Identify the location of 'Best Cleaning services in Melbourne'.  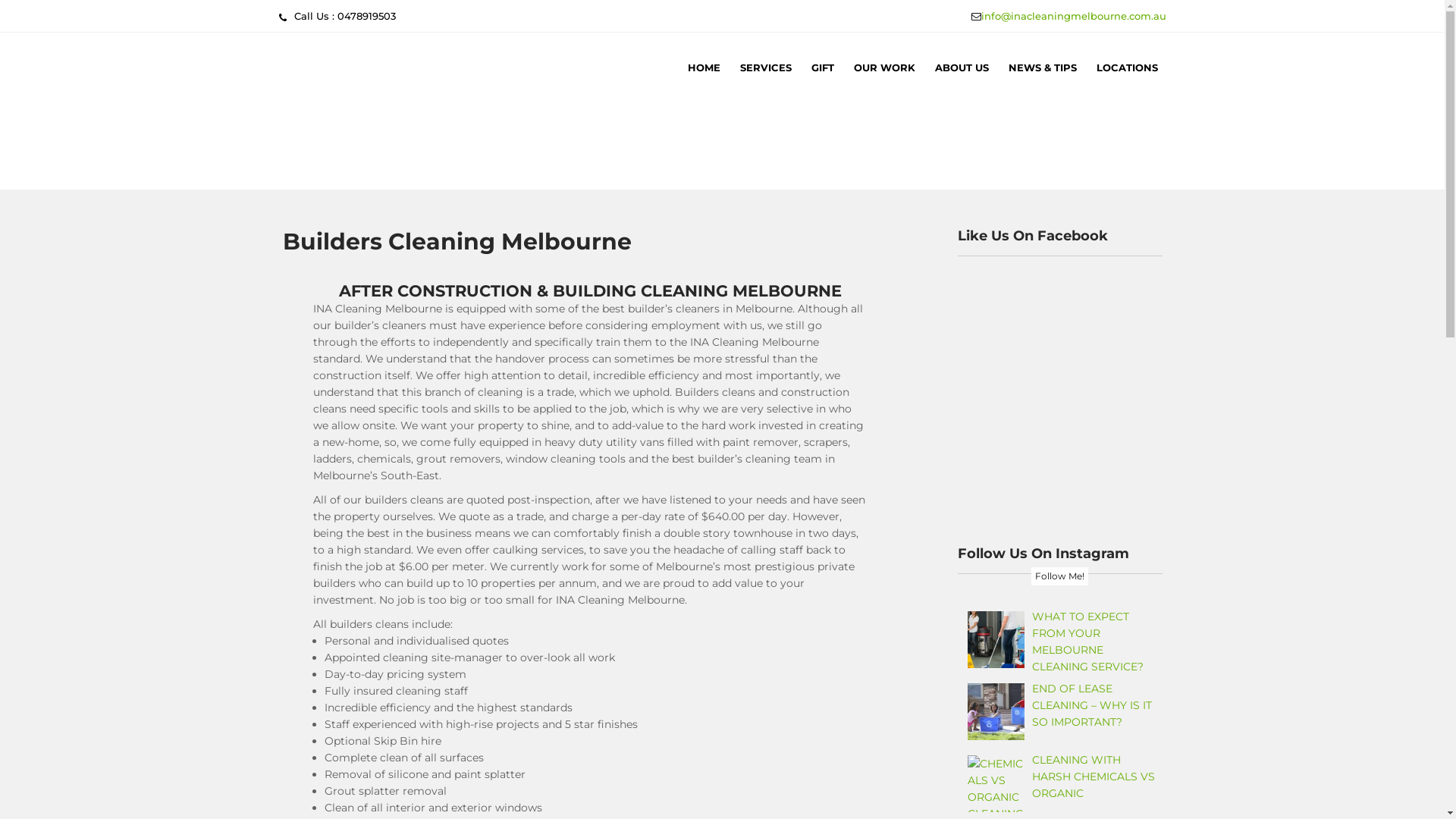
(486, 184).